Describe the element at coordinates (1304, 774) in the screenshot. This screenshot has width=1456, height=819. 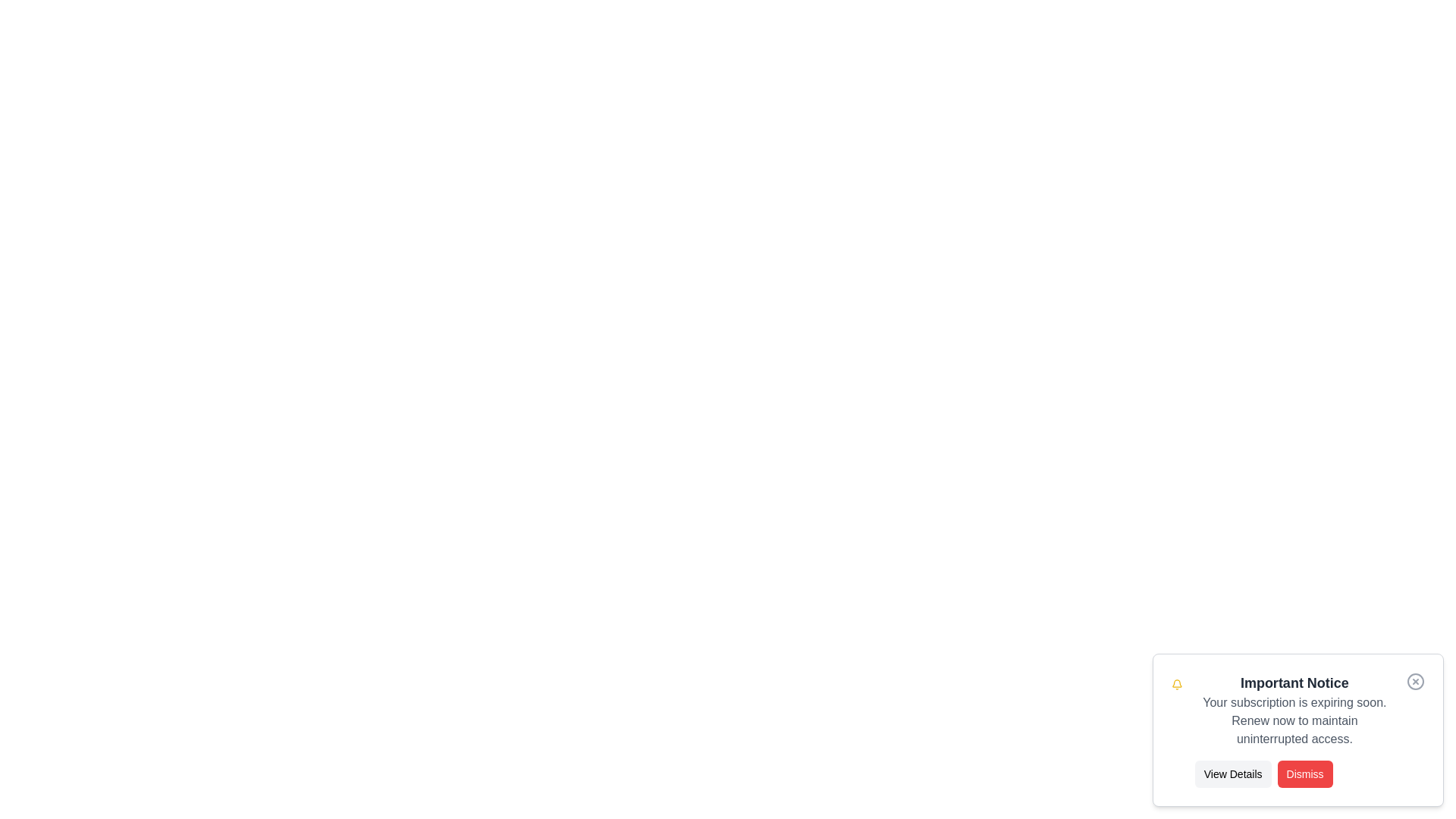
I see `the dismiss button located at the bottom-right of the component, adjacent to the 'View Details' button, to observe the hover effect` at that location.